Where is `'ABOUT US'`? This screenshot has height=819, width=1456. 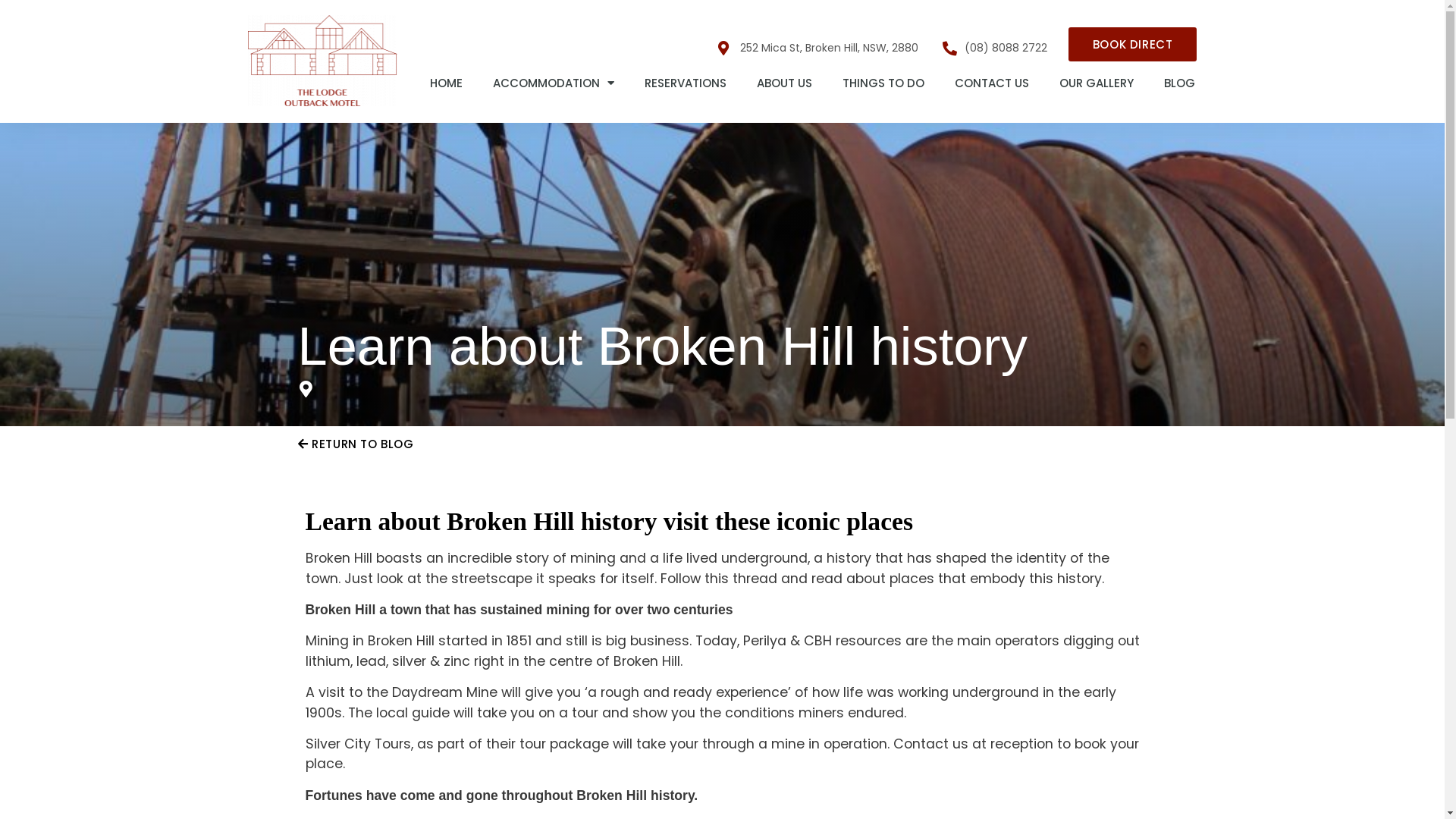 'ABOUT US' is located at coordinates (784, 83).